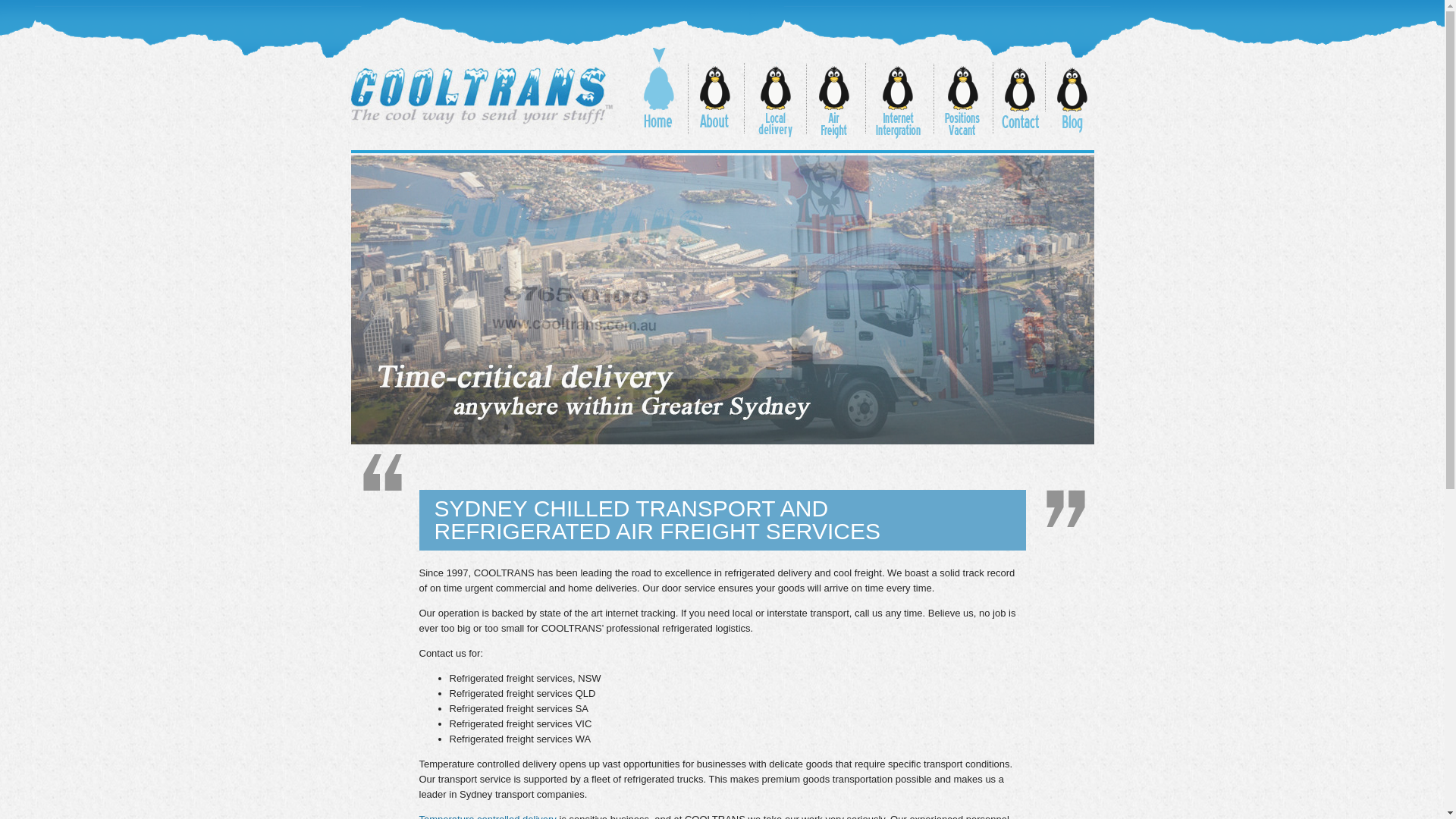  Describe the element at coordinates (1017, 93) in the screenshot. I see `'Contact'` at that location.